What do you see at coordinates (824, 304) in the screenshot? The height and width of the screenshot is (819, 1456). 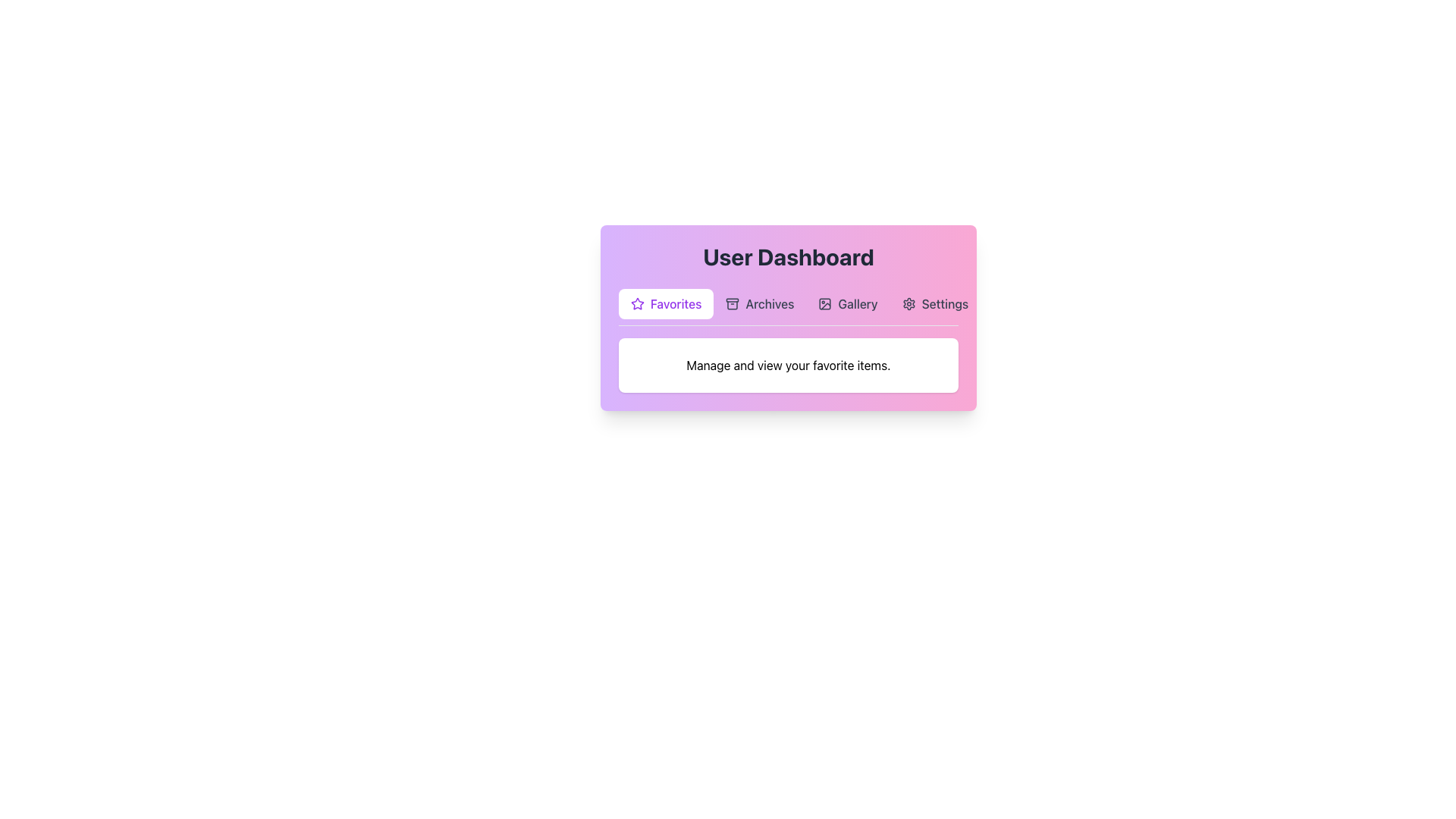 I see `the 'Gallery' icon in the navigational menu bar of the User Dashboard` at bounding box center [824, 304].